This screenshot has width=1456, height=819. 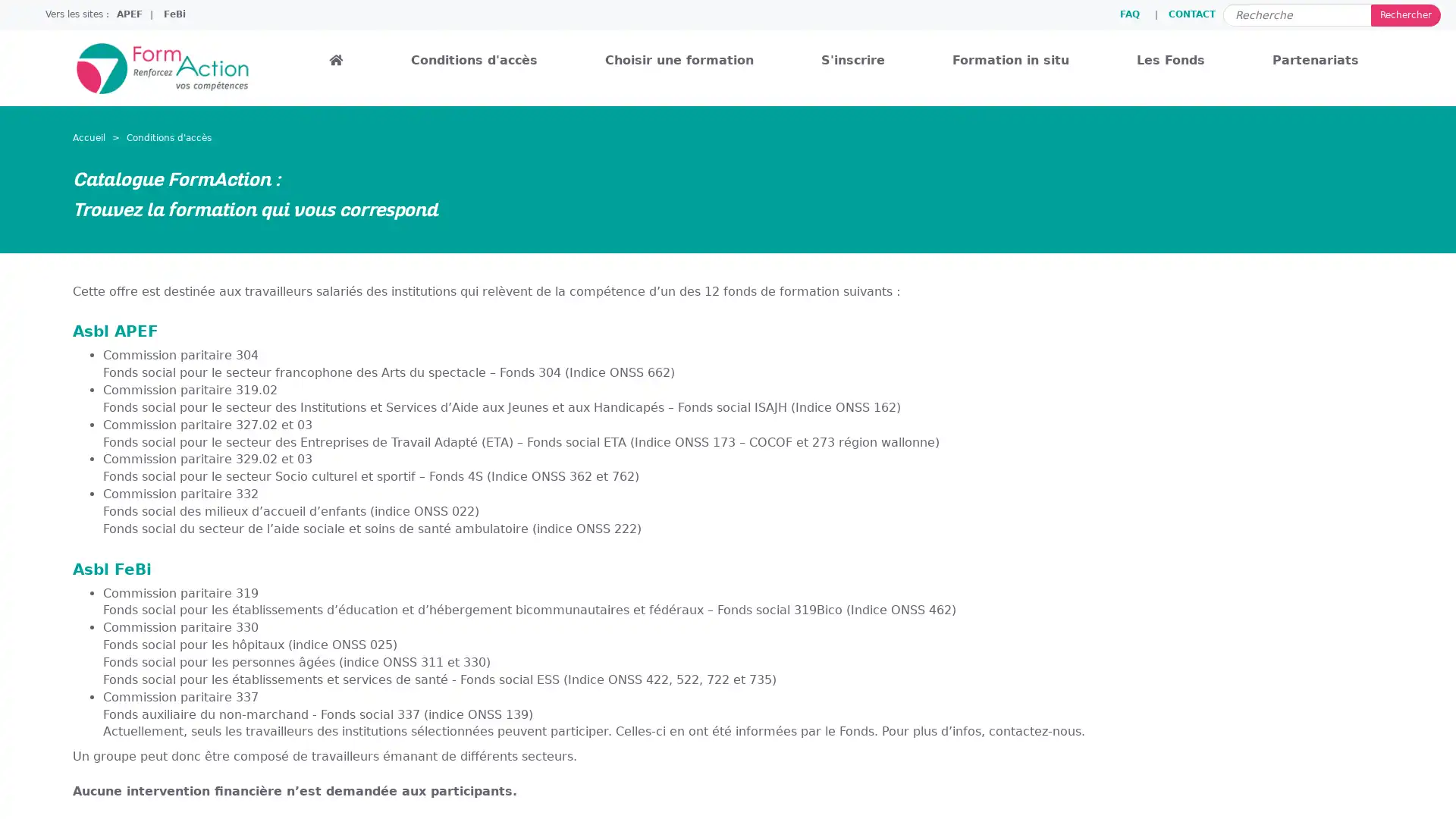 What do you see at coordinates (1404, 14) in the screenshot?
I see `Rechercher` at bounding box center [1404, 14].